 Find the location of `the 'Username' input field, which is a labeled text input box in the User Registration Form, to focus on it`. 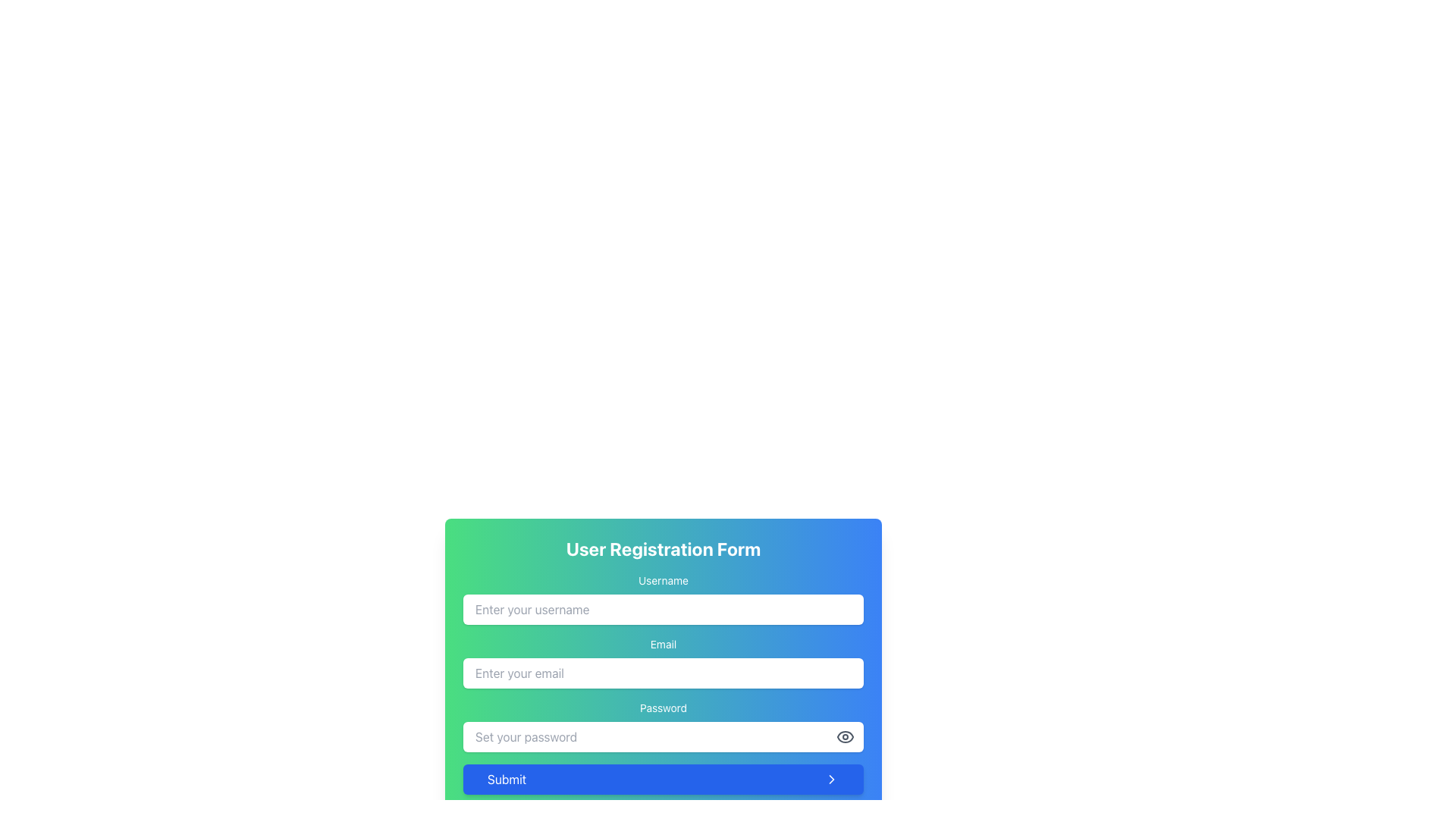

the 'Username' input field, which is a labeled text input box in the User Registration Form, to focus on it is located at coordinates (663, 598).